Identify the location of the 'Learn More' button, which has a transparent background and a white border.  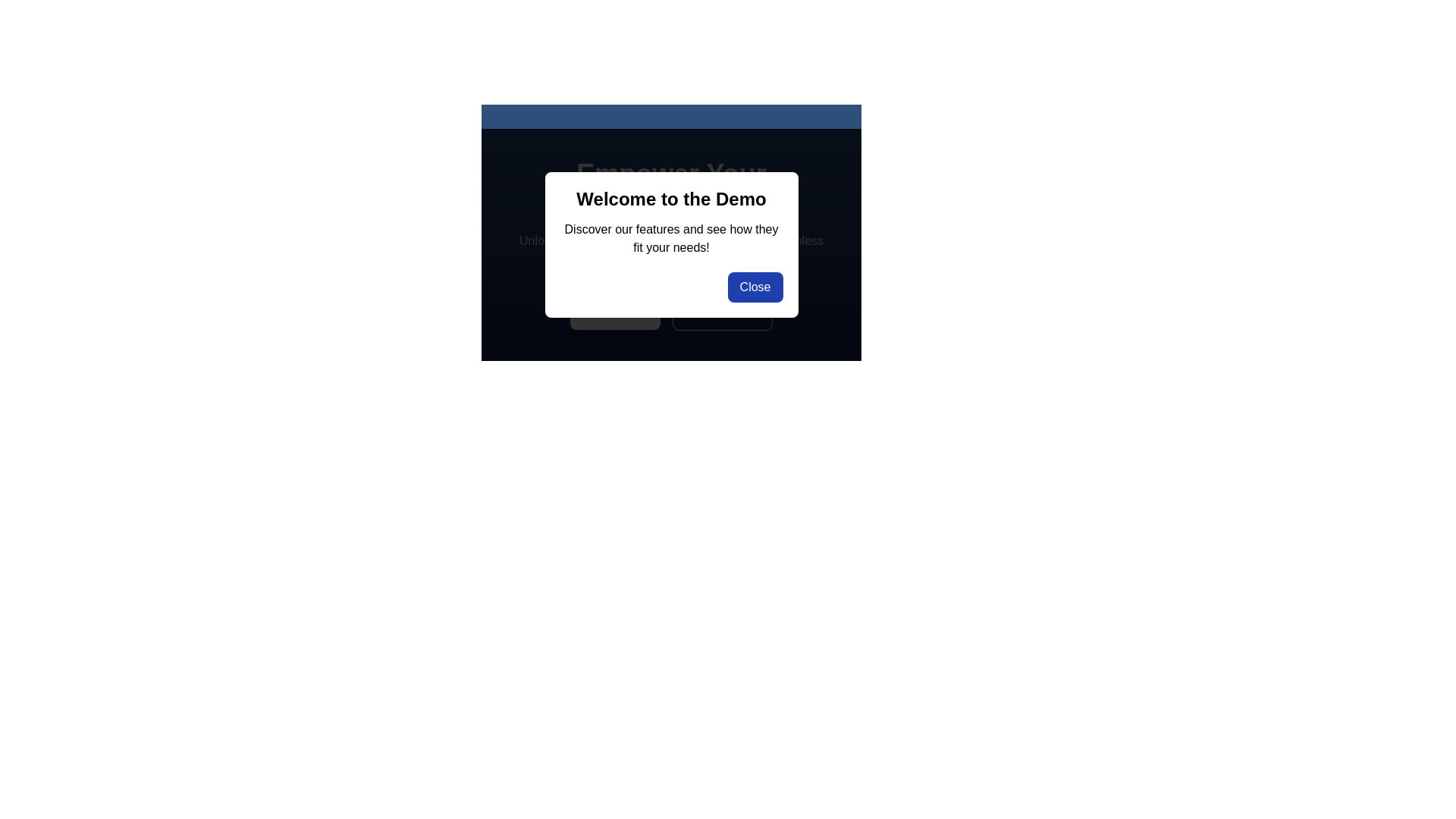
(670, 311).